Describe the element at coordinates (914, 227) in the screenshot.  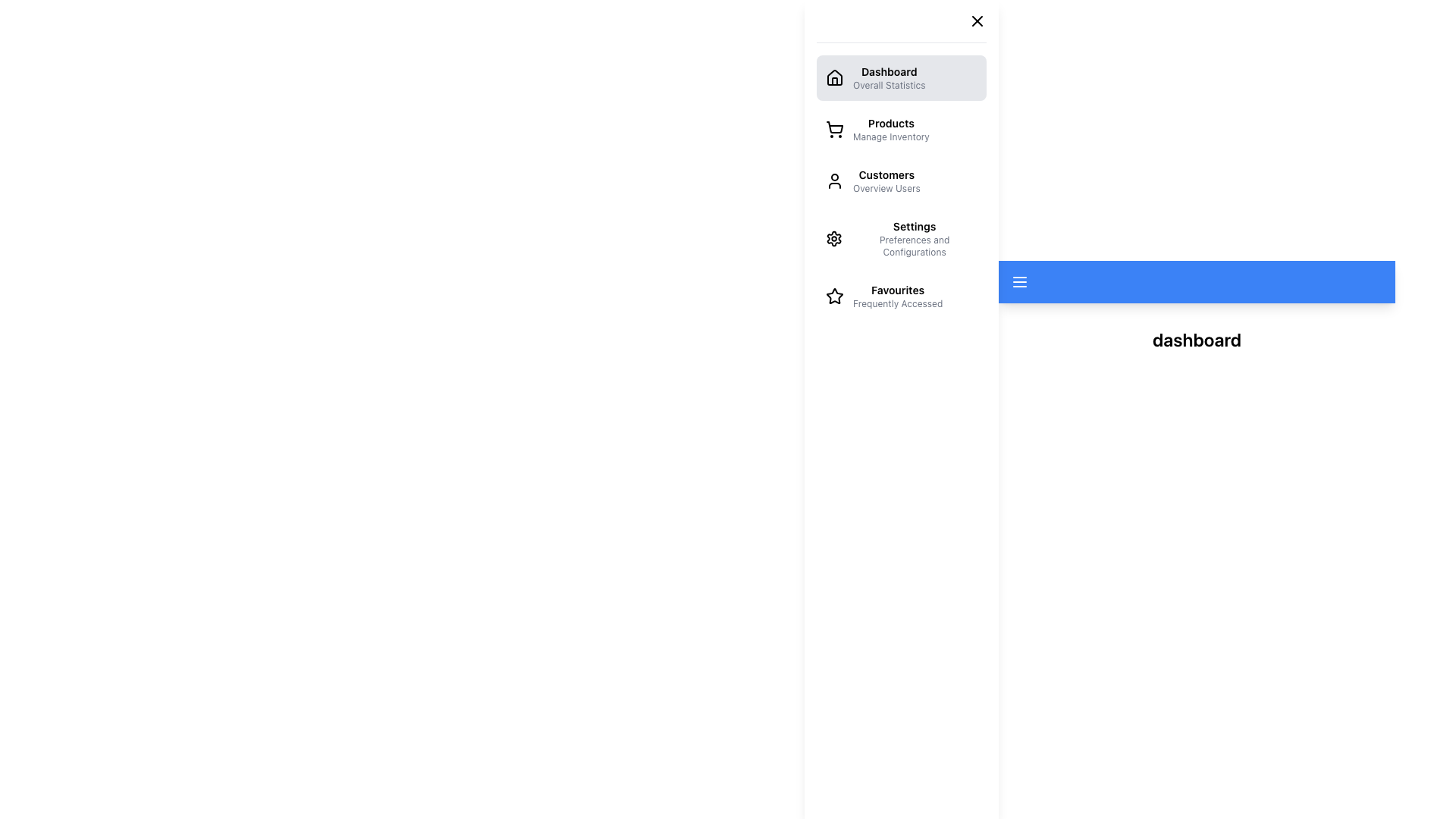
I see `the 'Settings' label in the navigation menu` at that location.